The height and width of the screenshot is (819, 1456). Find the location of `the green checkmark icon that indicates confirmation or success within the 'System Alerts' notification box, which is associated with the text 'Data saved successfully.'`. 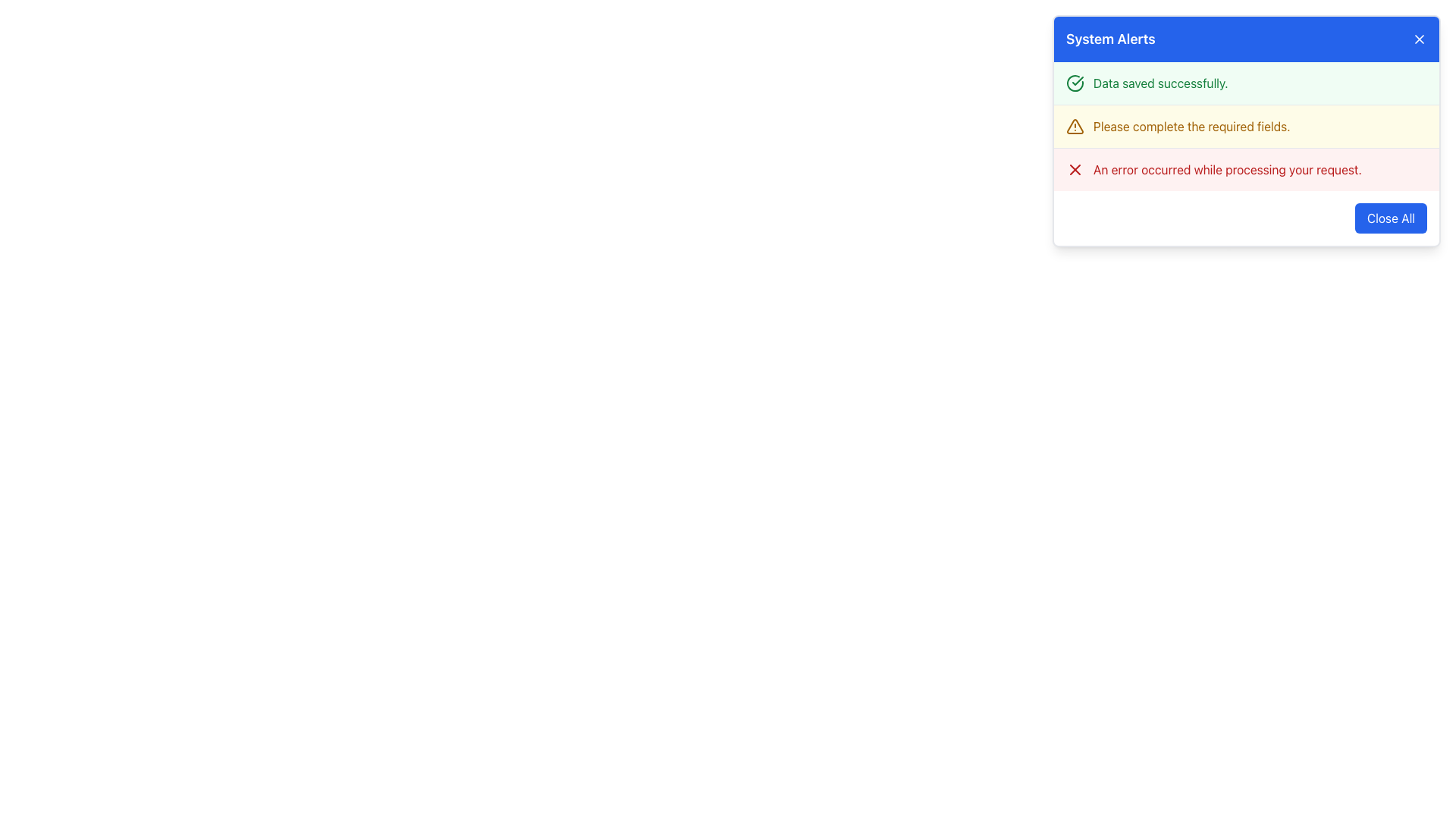

the green checkmark icon that indicates confirmation or success within the 'System Alerts' notification box, which is associated with the text 'Data saved successfully.' is located at coordinates (1077, 81).